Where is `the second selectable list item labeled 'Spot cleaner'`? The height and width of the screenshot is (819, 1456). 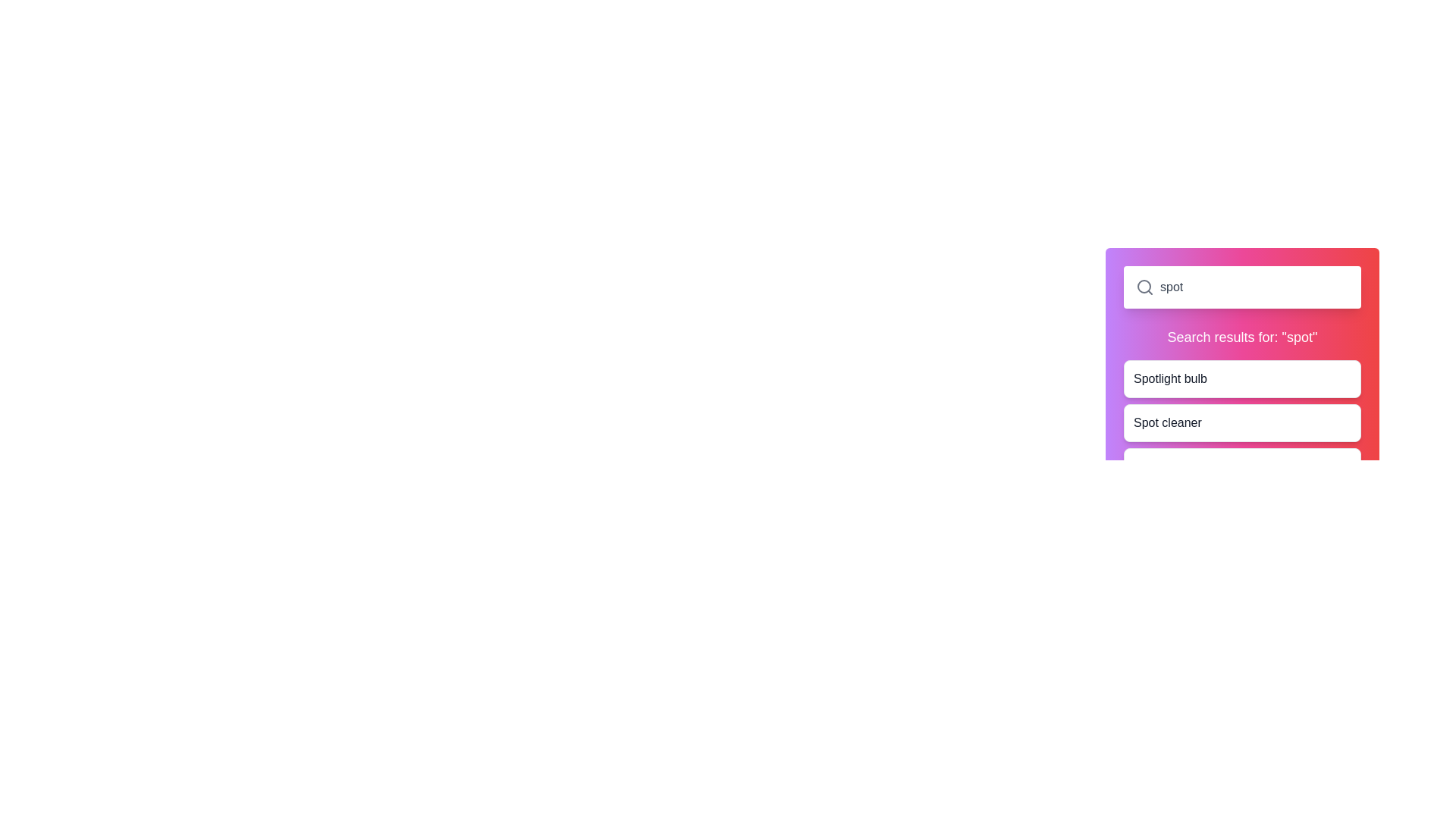 the second selectable list item labeled 'Spot cleaner' is located at coordinates (1242, 423).